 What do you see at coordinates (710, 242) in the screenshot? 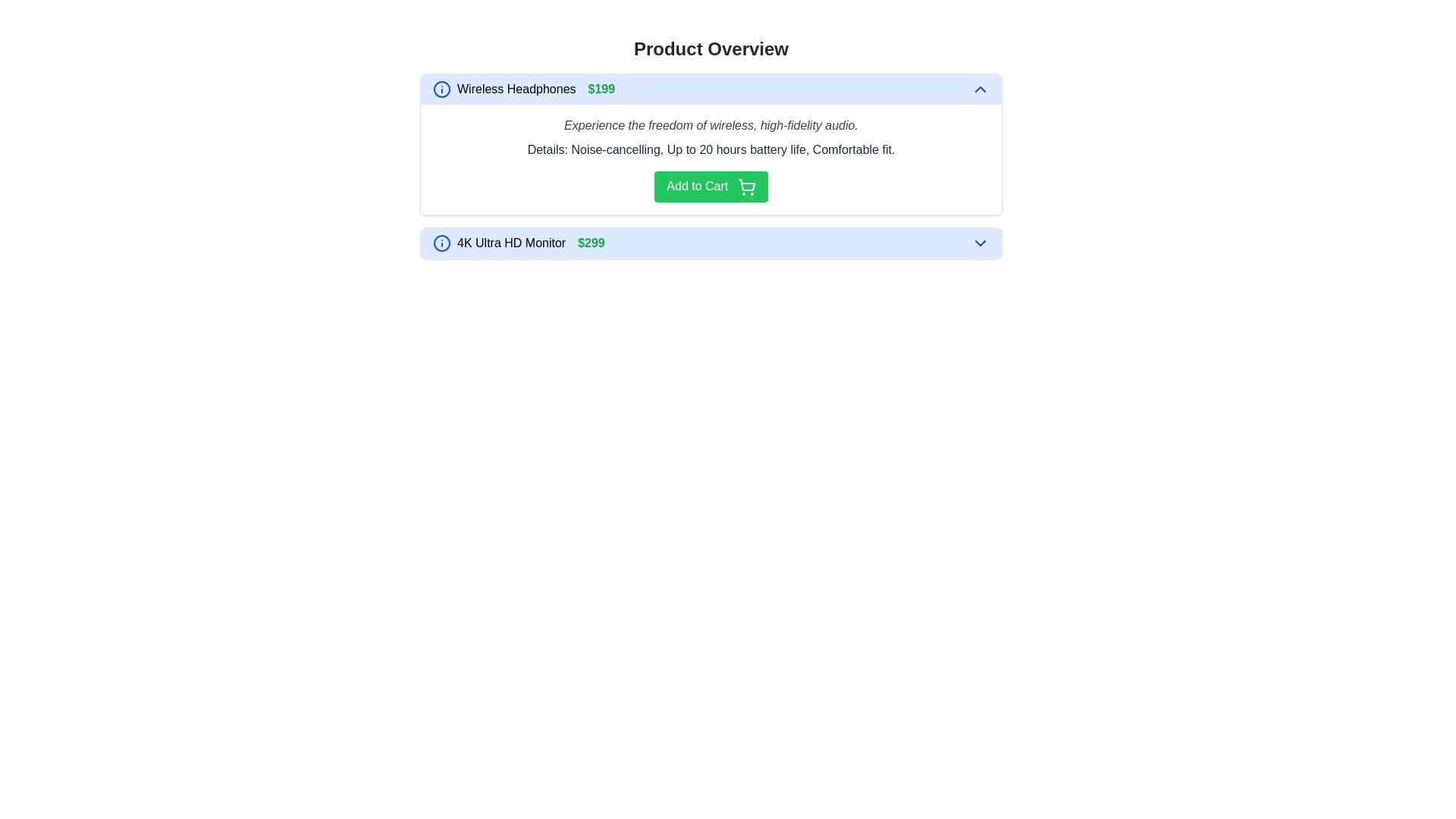
I see `the second expandable list item for the 4K Ultra HD Monitor` at bounding box center [710, 242].